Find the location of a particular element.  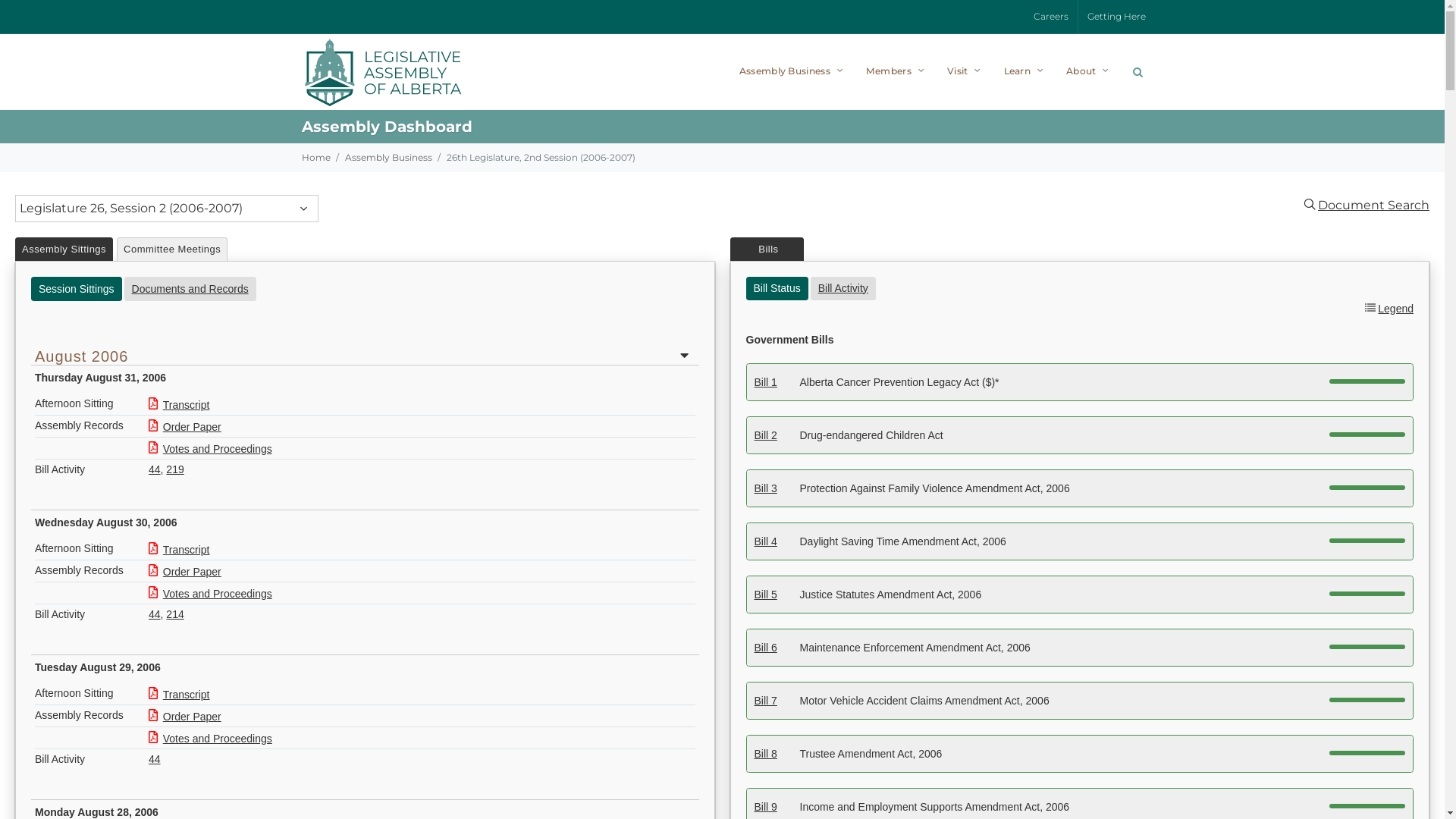

'Bill 2' is located at coordinates (764, 435).